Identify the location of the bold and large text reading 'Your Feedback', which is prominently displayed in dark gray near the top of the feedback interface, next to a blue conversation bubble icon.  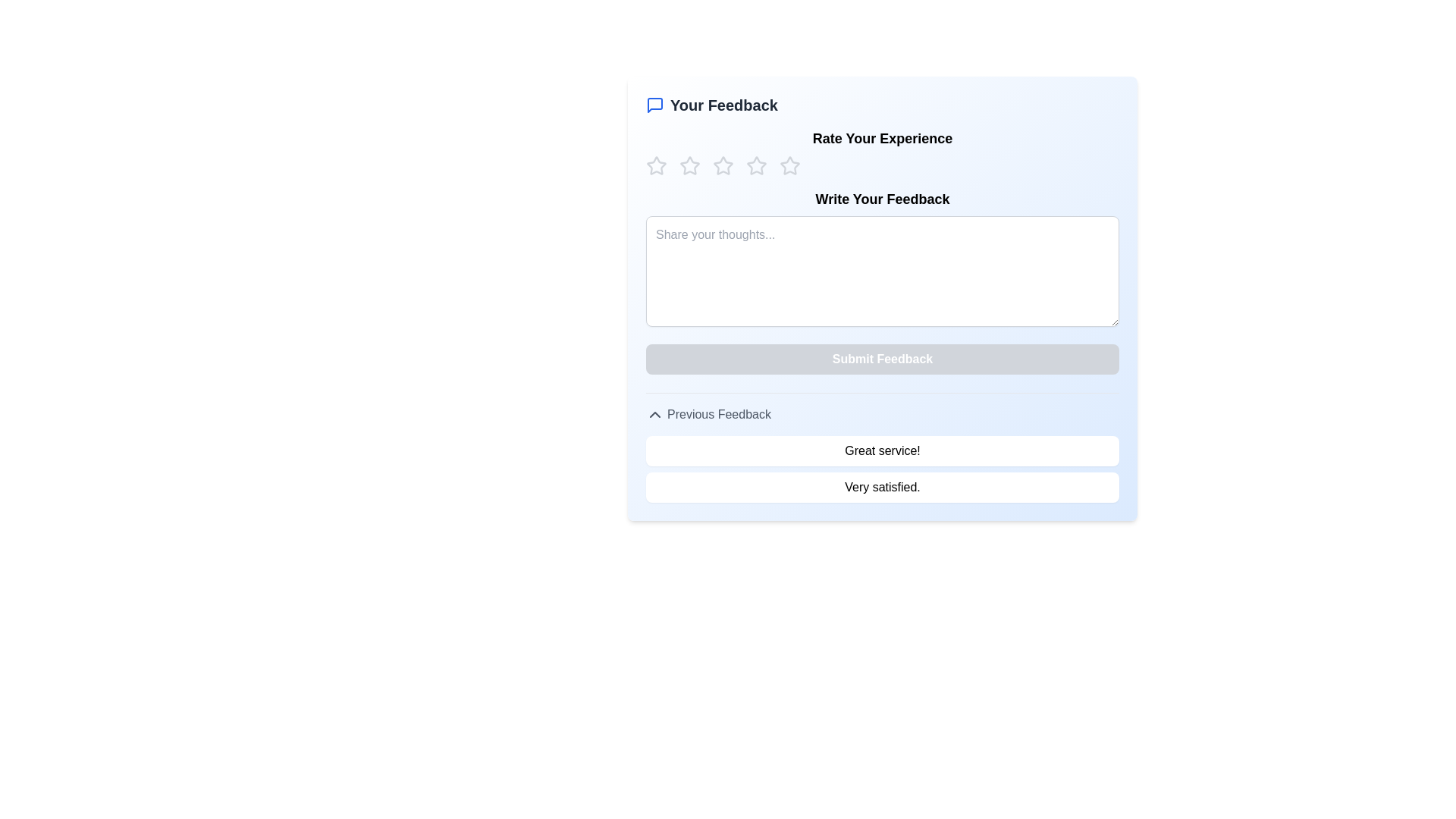
(723, 104).